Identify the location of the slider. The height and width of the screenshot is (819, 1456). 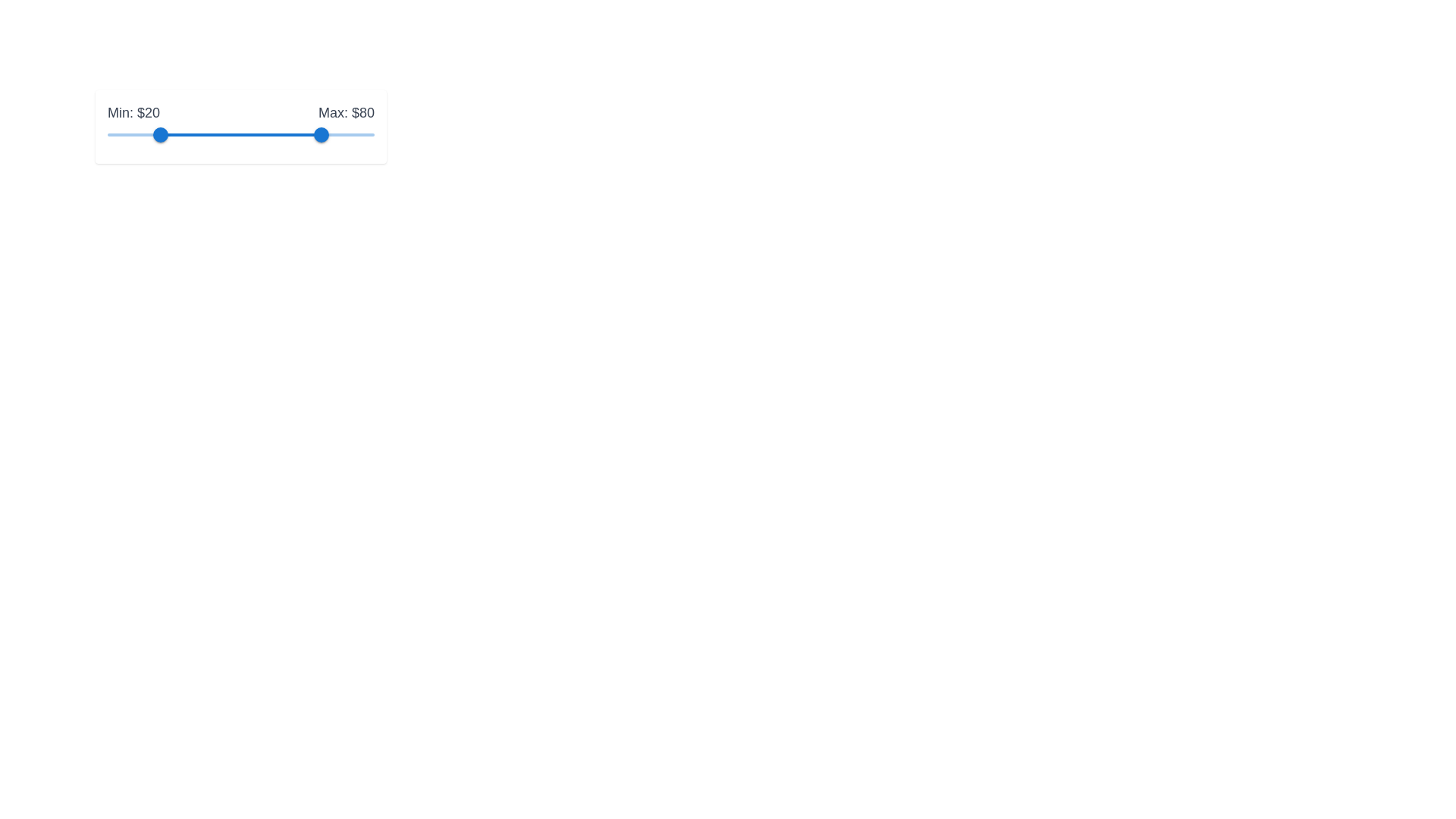
(328, 133).